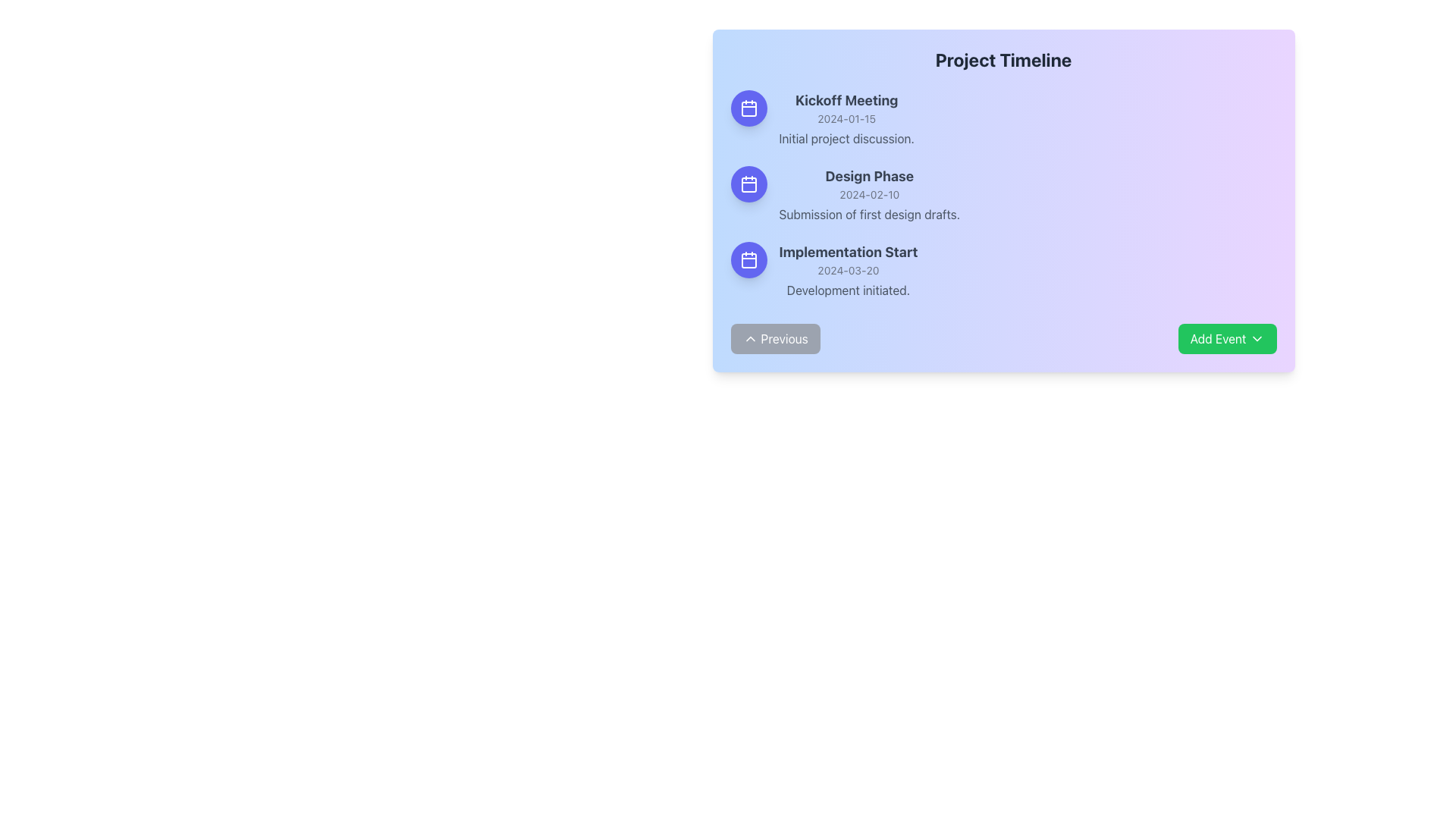 The image size is (1456, 819). What do you see at coordinates (847, 270) in the screenshot?
I see `the text block displaying the date '2024-03-20', which is styled in gray and positioned between 'Implementation Start' and 'Development initiated'` at bounding box center [847, 270].